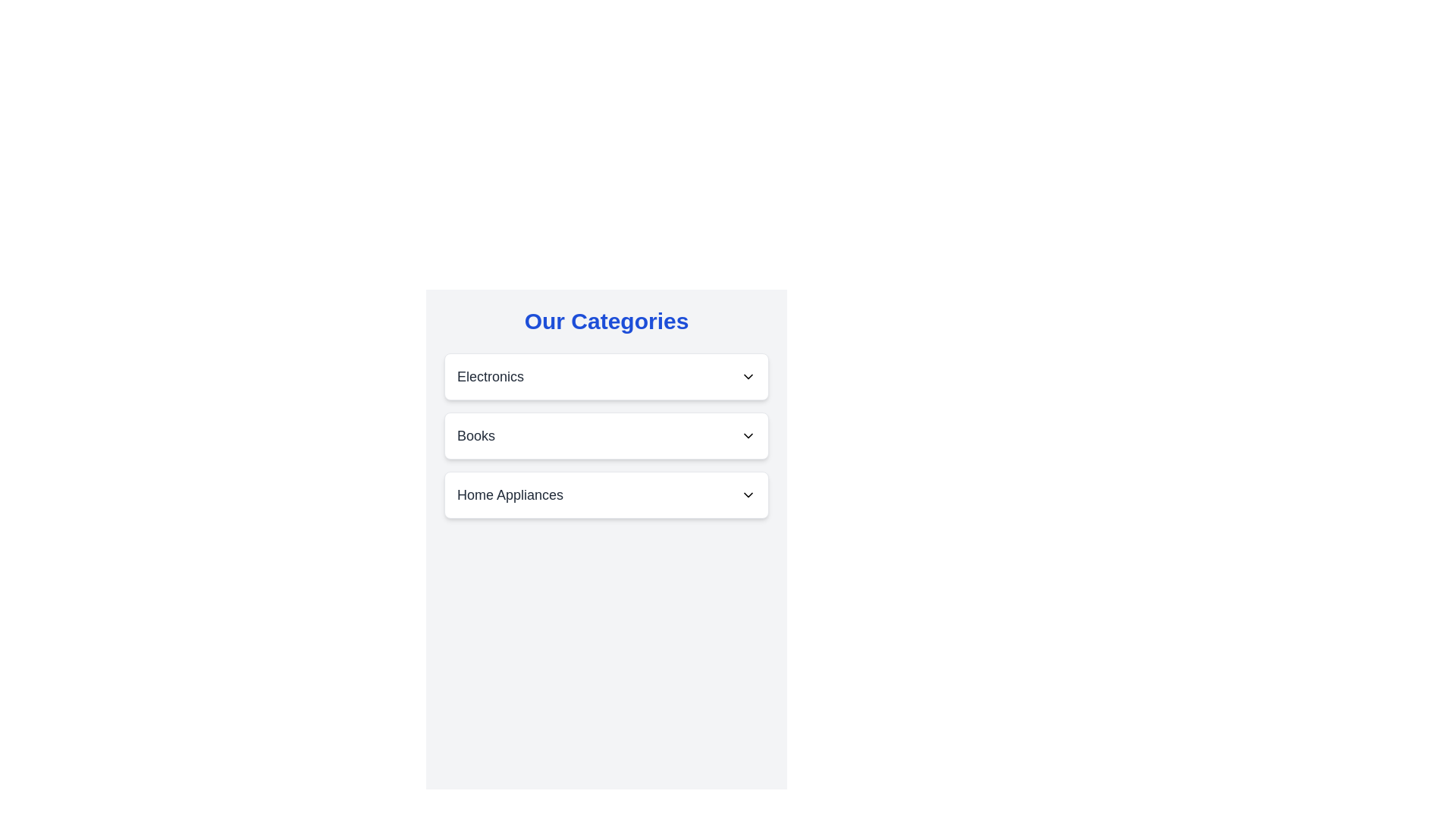 This screenshot has width=1456, height=819. Describe the element at coordinates (607, 435) in the screenshot. I see `the 'Books' category selection button, which is the second item in the list of categories under 'Our Categories'` at that location.